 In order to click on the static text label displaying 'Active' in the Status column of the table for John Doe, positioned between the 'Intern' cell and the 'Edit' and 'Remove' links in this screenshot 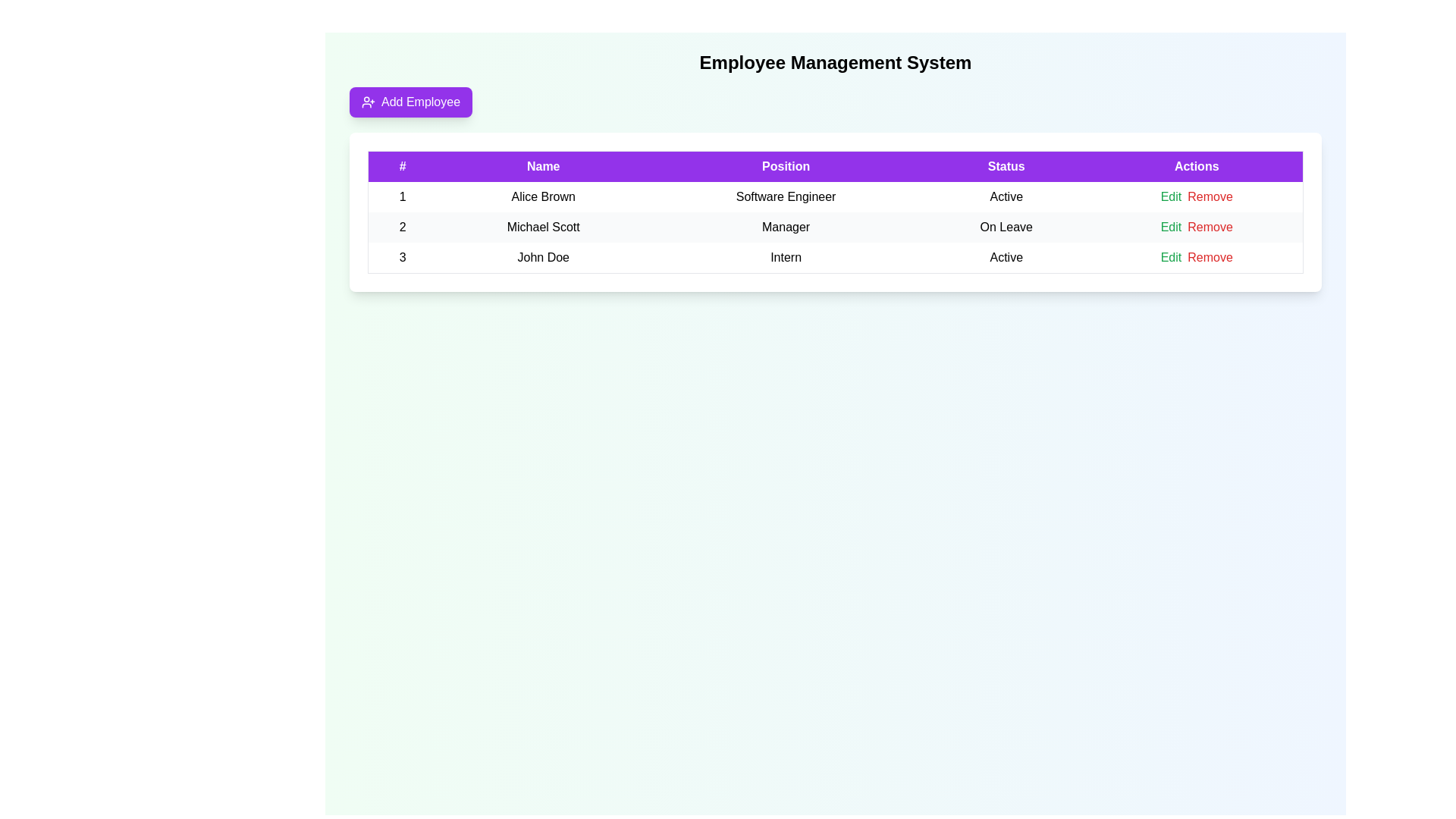, I will do `click(1006, 257)`.